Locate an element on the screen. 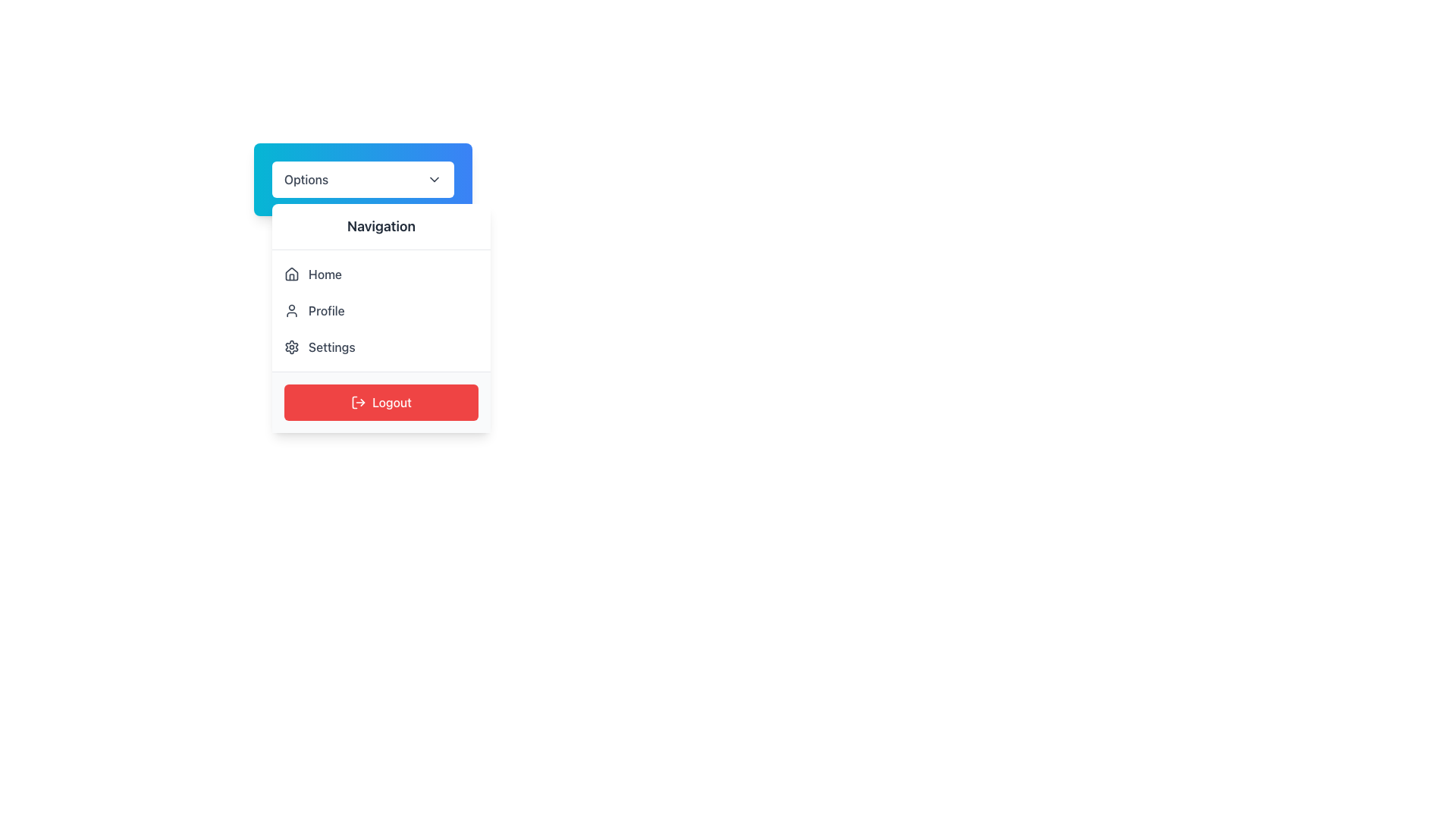 This screenshot has width=1456, height=819. the house-shaped icon located within the 'Navigation' dropdown menu, adjacent to the 'Home' text is located at coordinates (291, 274).